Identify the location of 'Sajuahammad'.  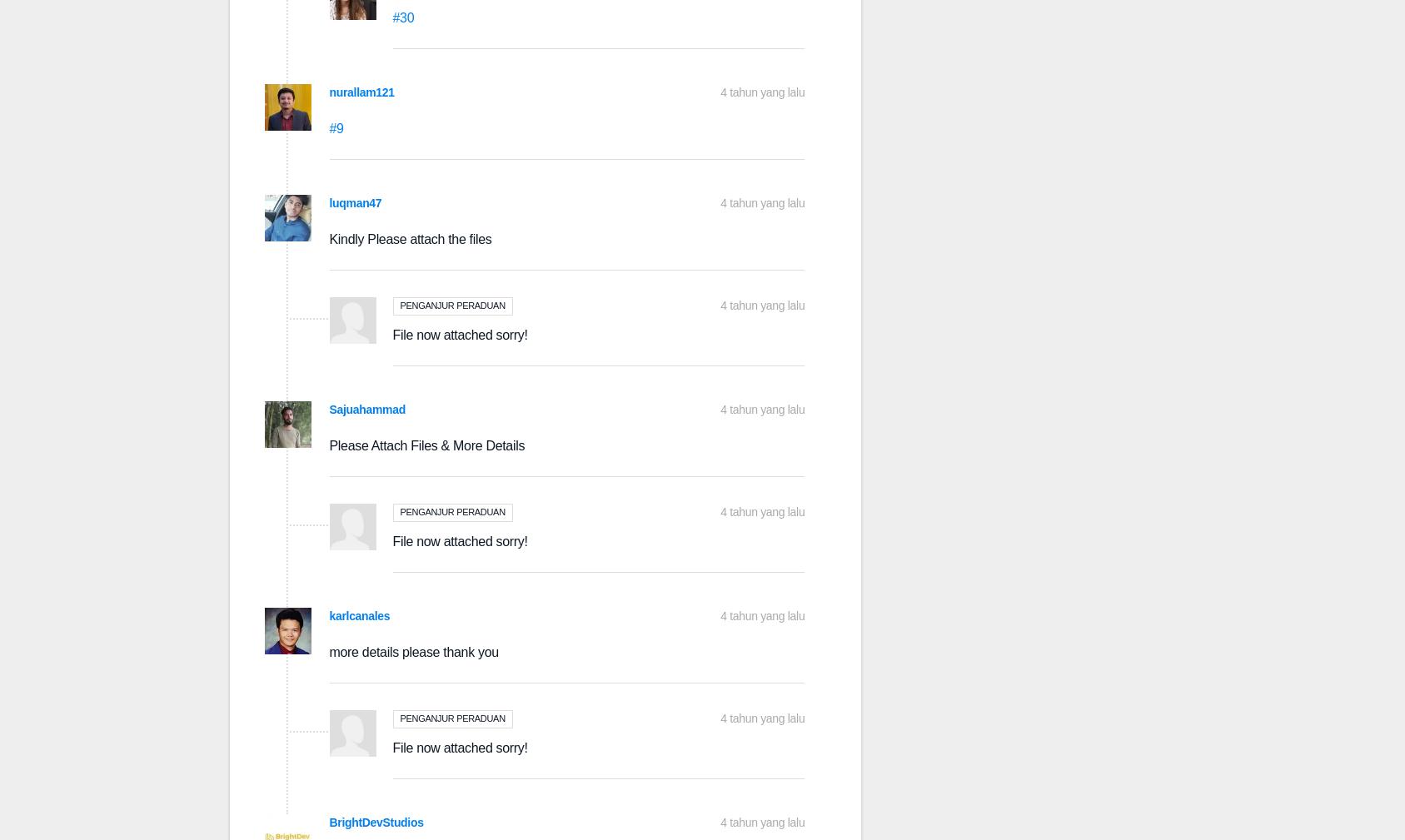
(366, 408).